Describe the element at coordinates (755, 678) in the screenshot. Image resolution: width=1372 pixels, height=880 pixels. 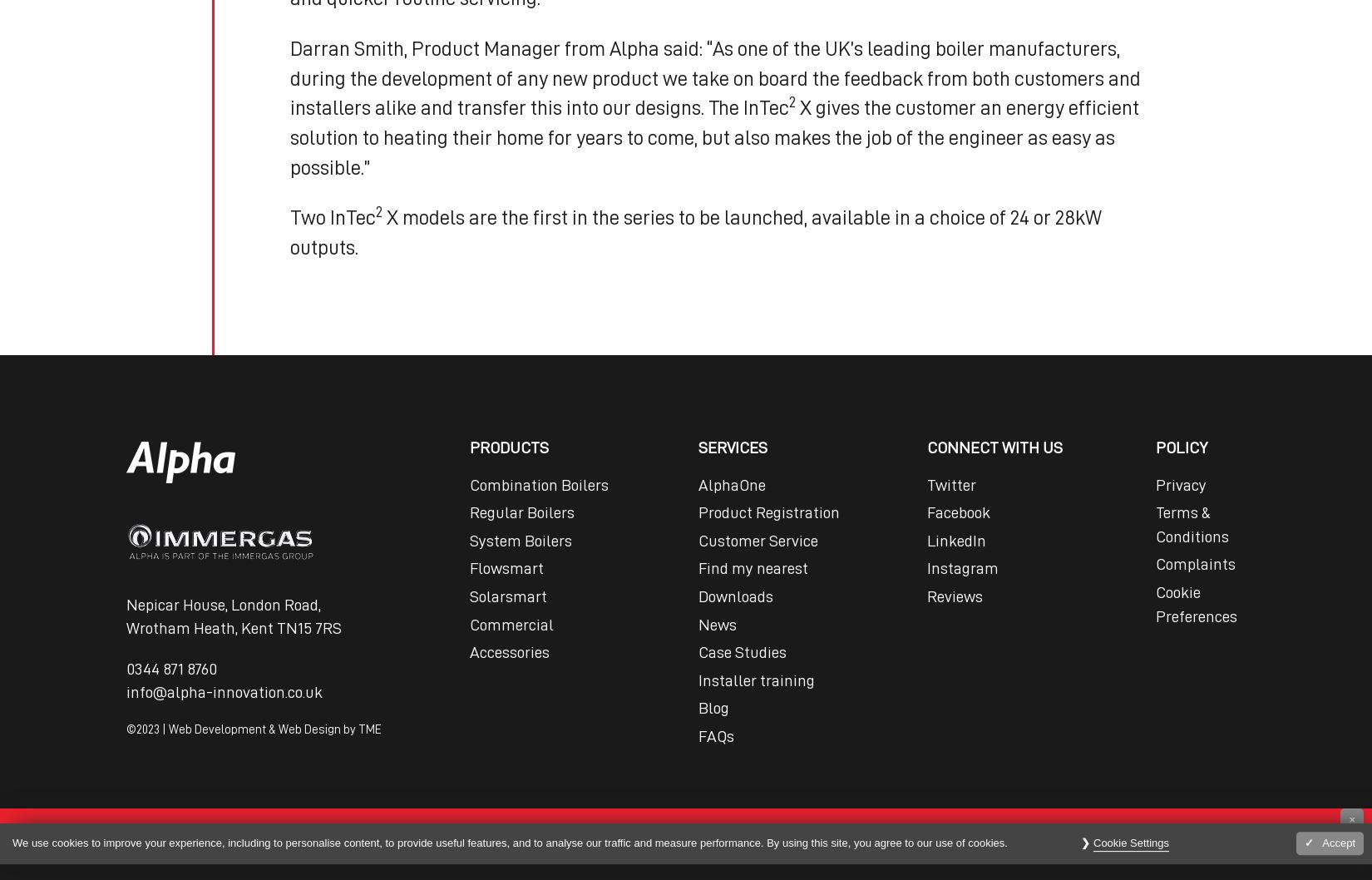
I see `'Installer training'` at that location.